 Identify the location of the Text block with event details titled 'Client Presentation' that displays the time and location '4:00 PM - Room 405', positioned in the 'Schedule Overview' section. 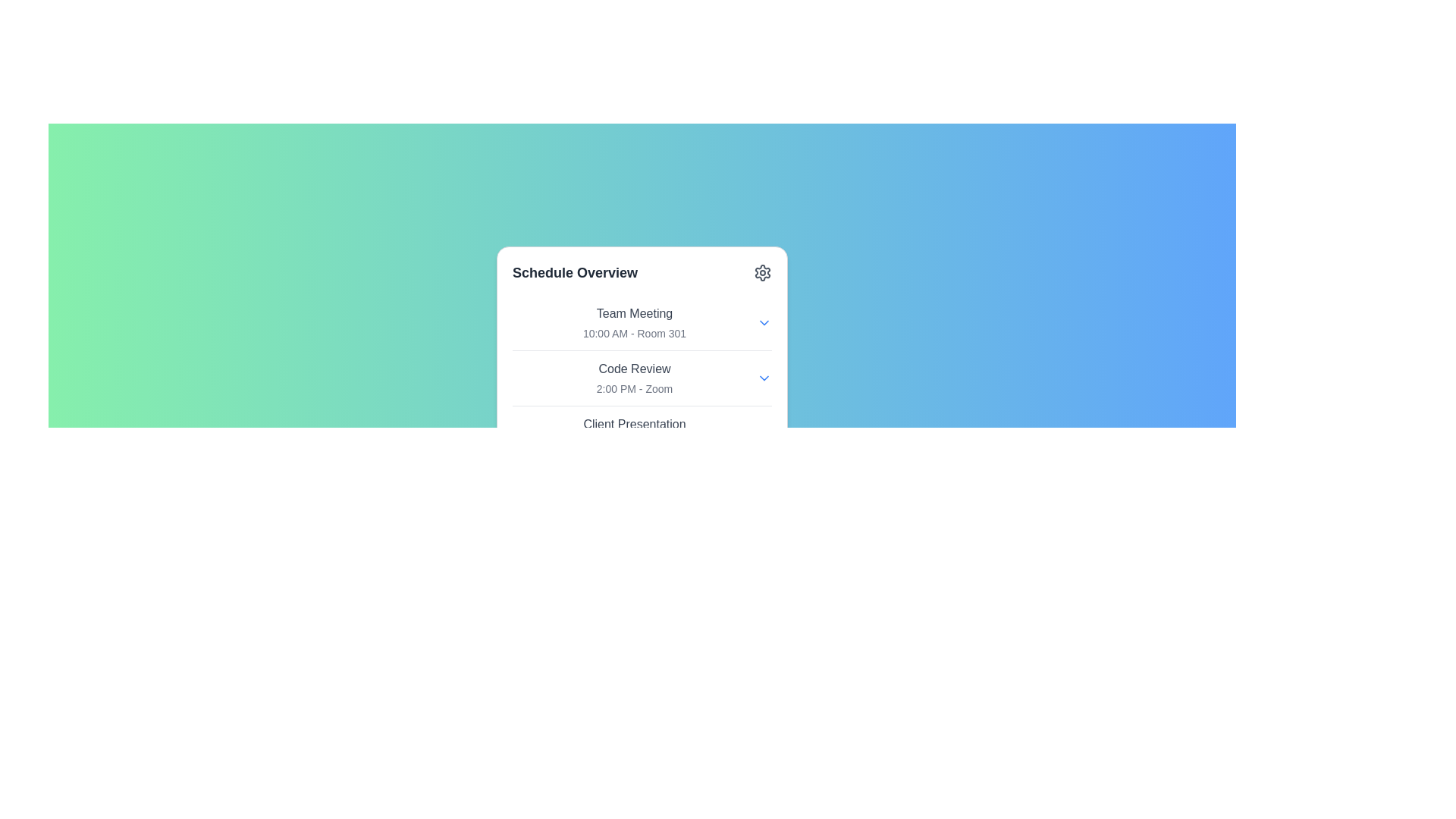
(642, 433).